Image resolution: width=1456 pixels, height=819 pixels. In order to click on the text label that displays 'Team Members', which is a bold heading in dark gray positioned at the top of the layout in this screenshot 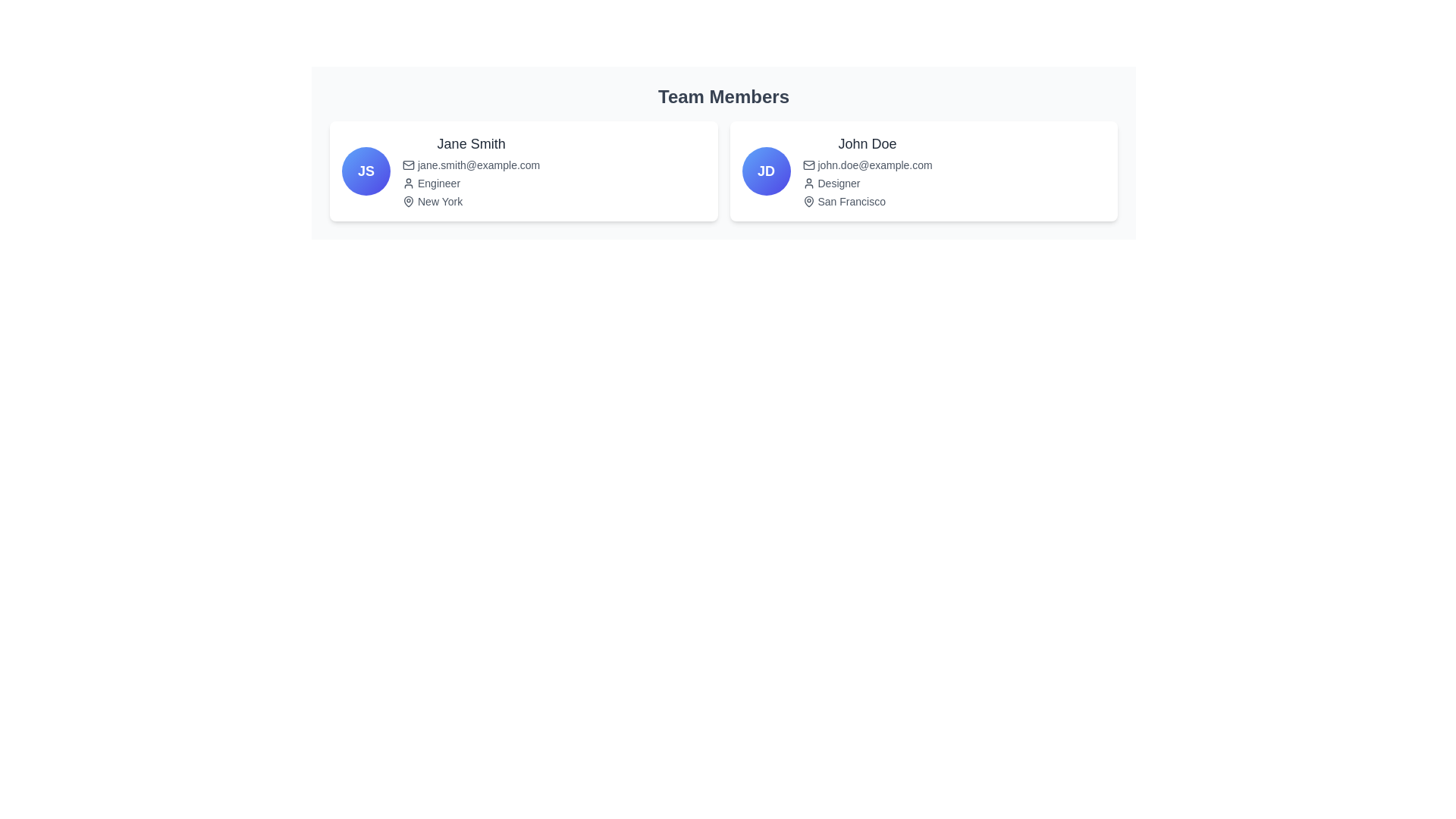, I will do `click(723, 96)`.